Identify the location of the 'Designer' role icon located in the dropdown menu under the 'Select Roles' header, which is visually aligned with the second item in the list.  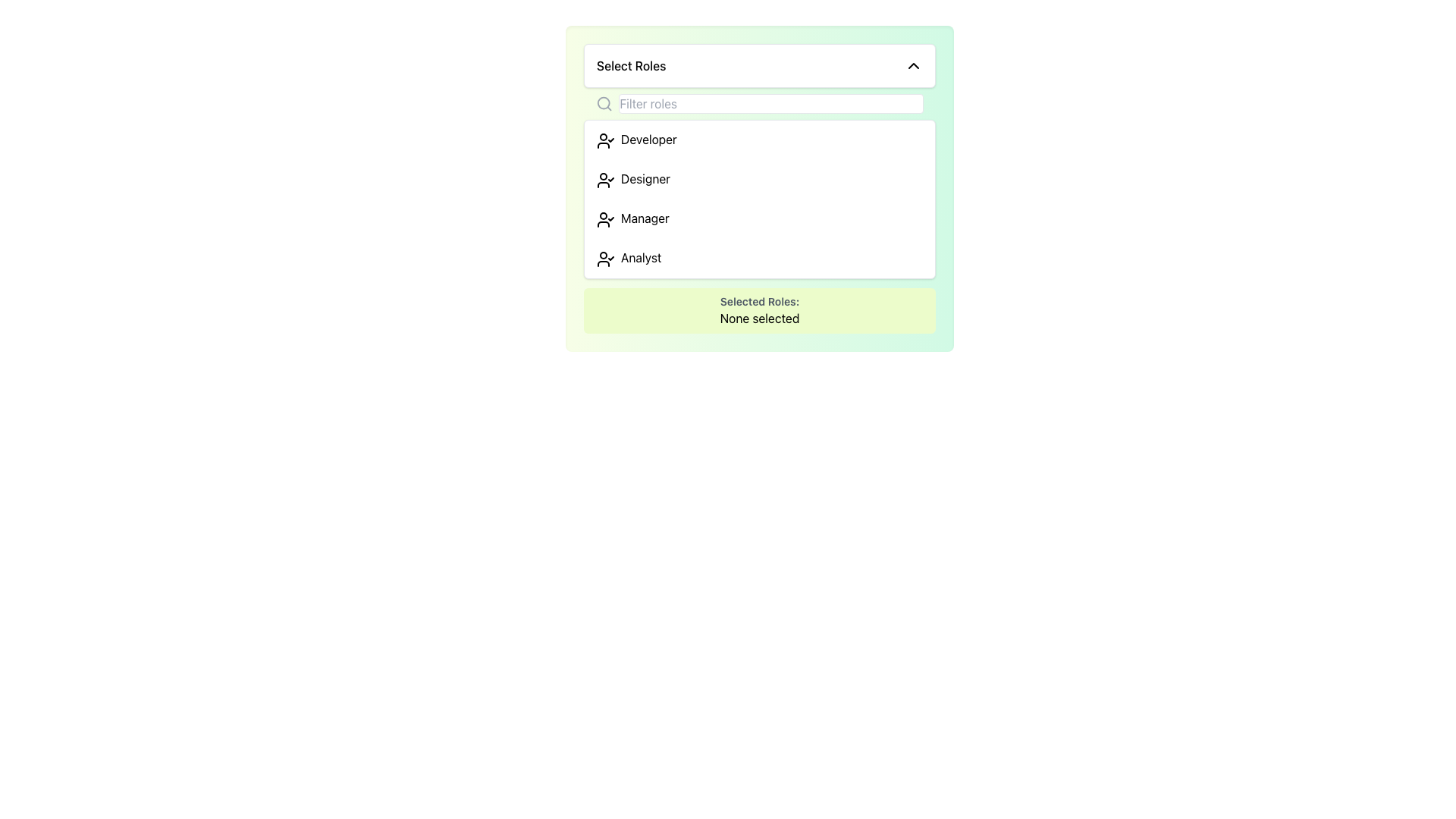
(604, 178).